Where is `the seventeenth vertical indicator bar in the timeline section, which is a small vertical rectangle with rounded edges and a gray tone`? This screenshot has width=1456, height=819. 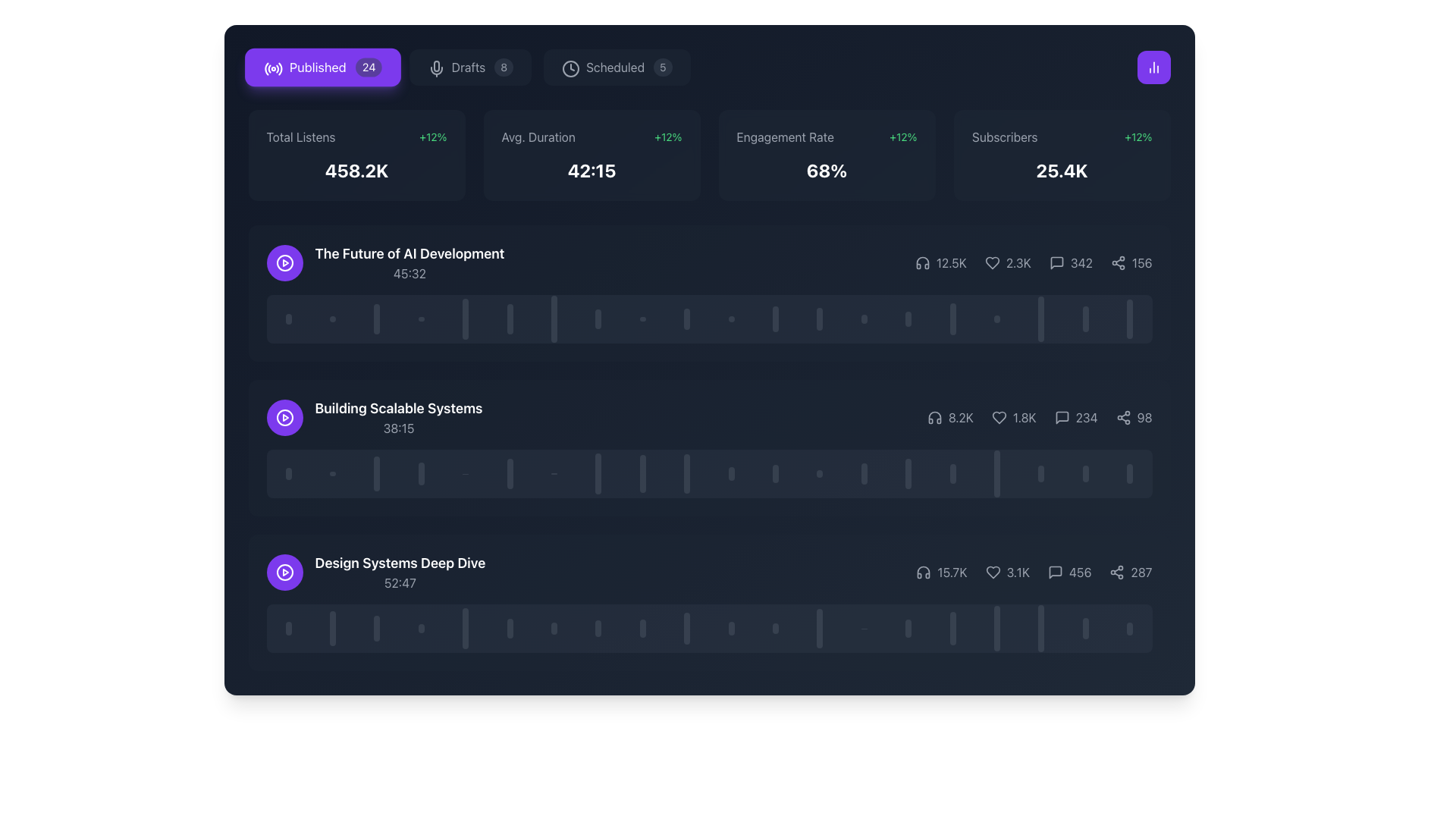 the seventeenth vertical indicator bar in the timeline section, which is a small vertical rectangle with rounded edges and a gray tone is located at coordinates (997, 318).